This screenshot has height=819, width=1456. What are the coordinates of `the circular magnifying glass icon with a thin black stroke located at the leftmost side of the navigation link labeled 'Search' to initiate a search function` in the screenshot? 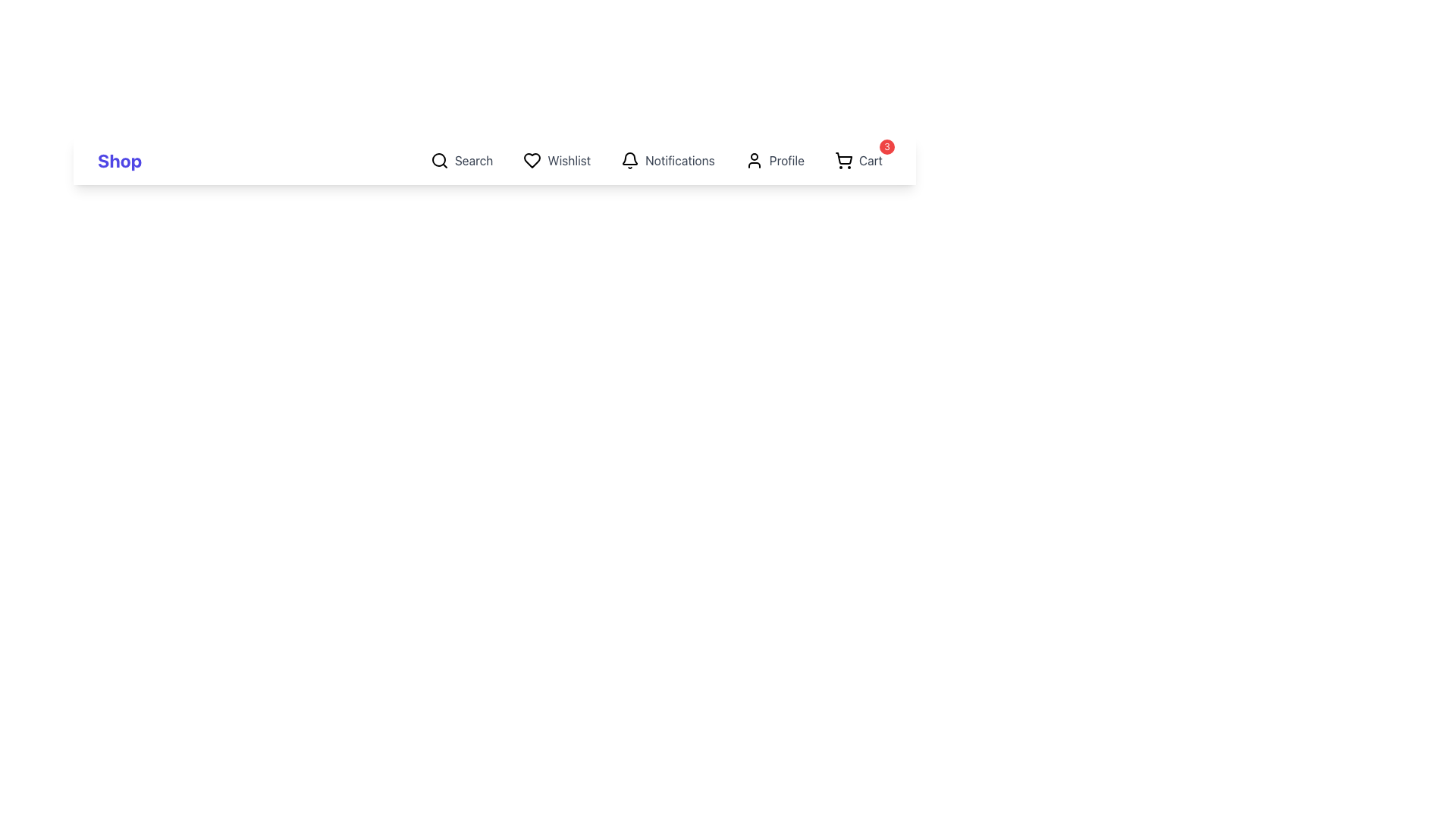 It's located at (438, 161).